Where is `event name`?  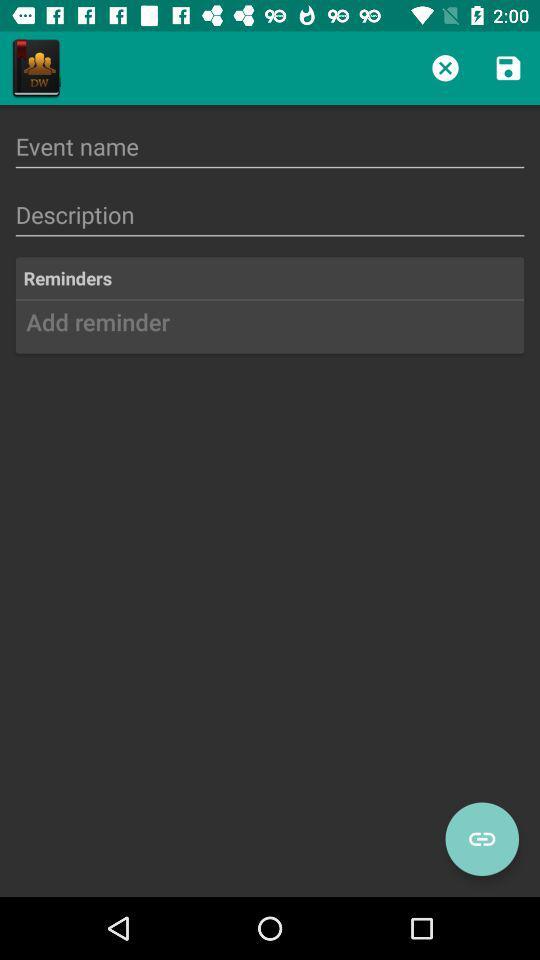 event name is located at coordinates (270, 145).